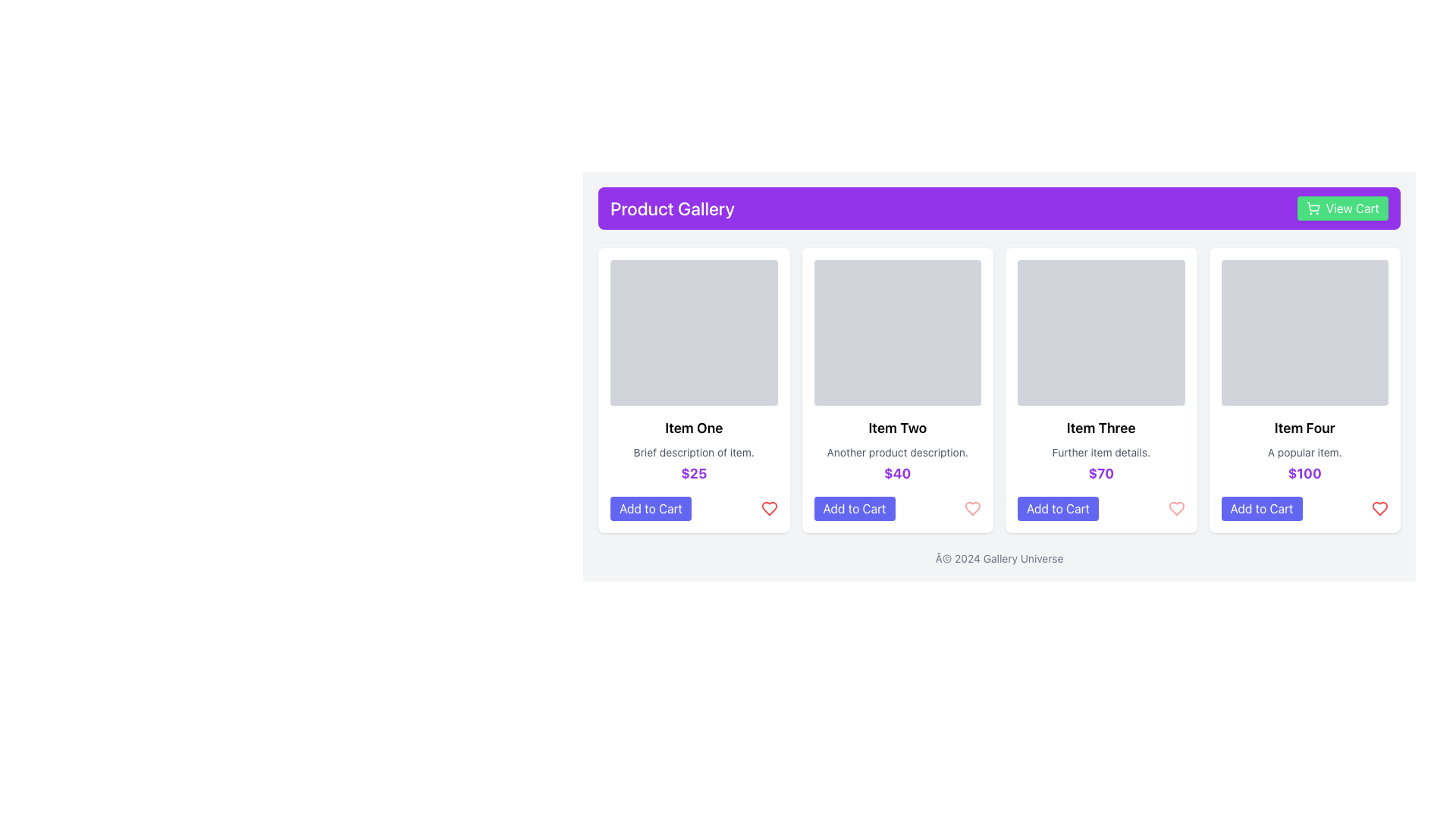 The image size is (1456, 819). Describe the element at coordinates (1312, 208) in the screenshot. I see `the green shopping cart icon within the 'View Cart' button located at the top right corner of the page, just above the product gallery, to the left of the text 'View Cart'` at that location.